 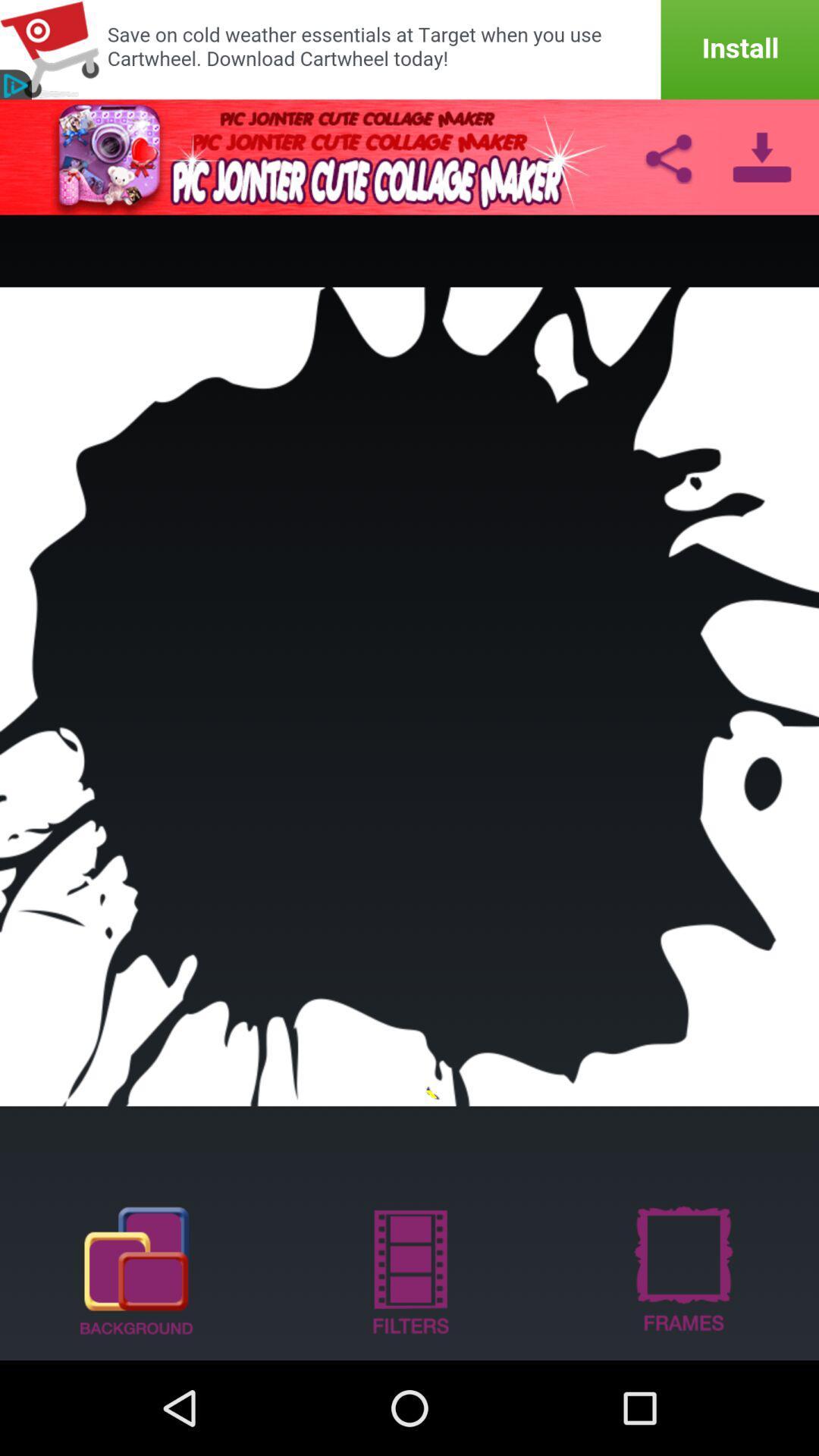 What do you see at coordinates (136, 1269) in the screenshot?
I see `background` at bounding box center [136, 1269].